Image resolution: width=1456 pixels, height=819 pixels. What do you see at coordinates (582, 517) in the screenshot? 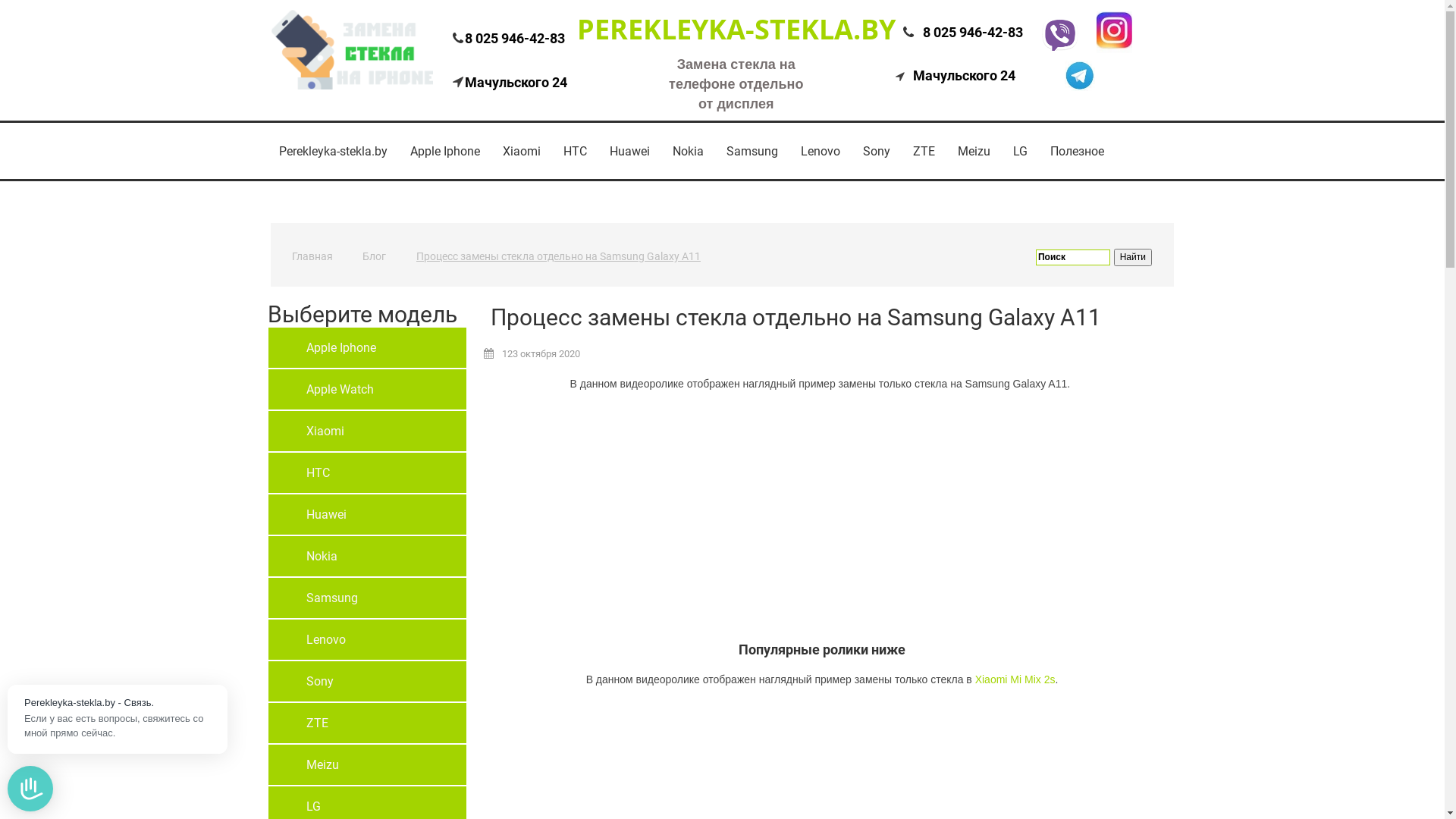
I see `'YouTube video player'` at bounding box center [582, 517].